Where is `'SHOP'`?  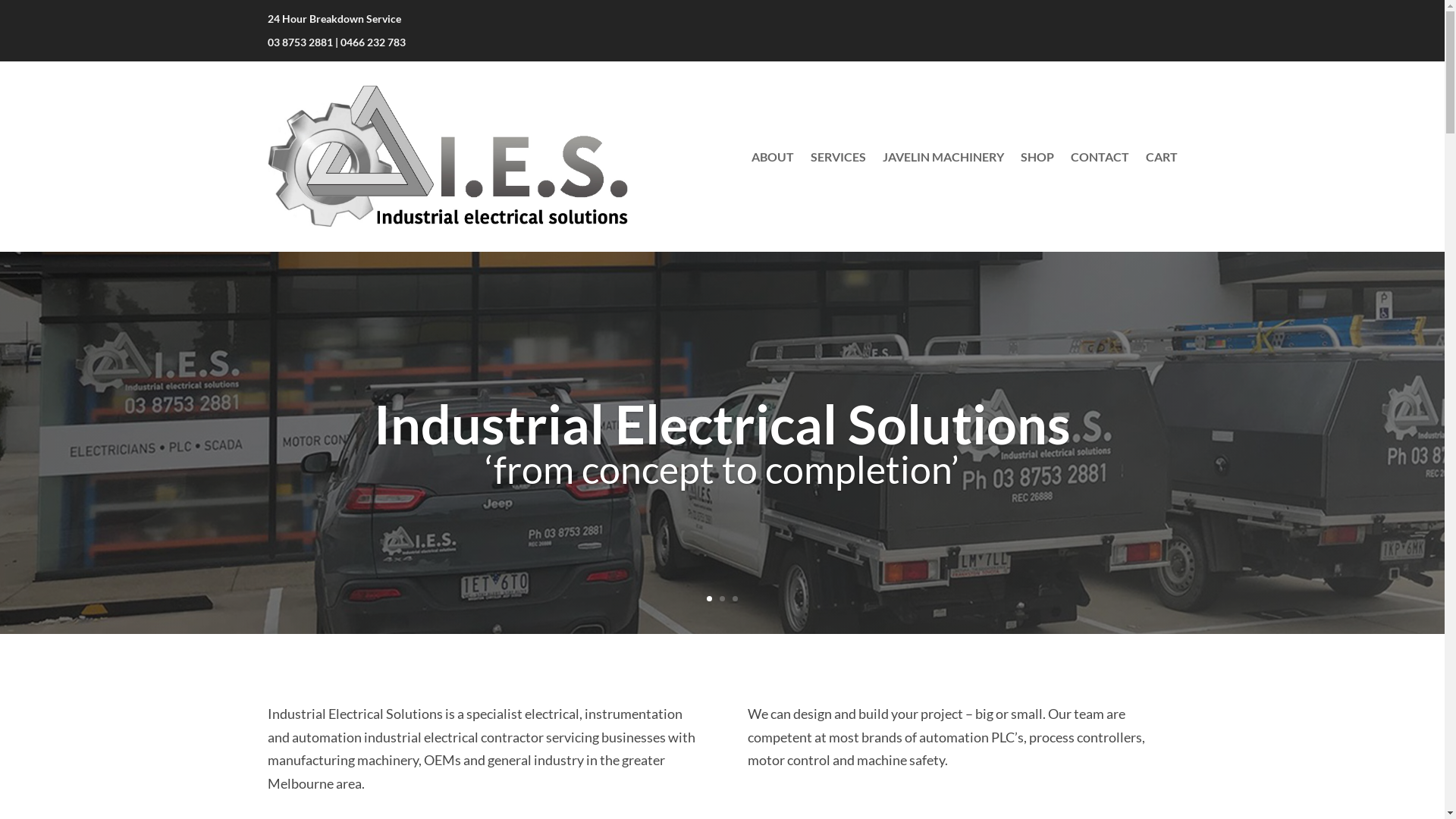 'SHOP' is located at coordinates (1037, 156).